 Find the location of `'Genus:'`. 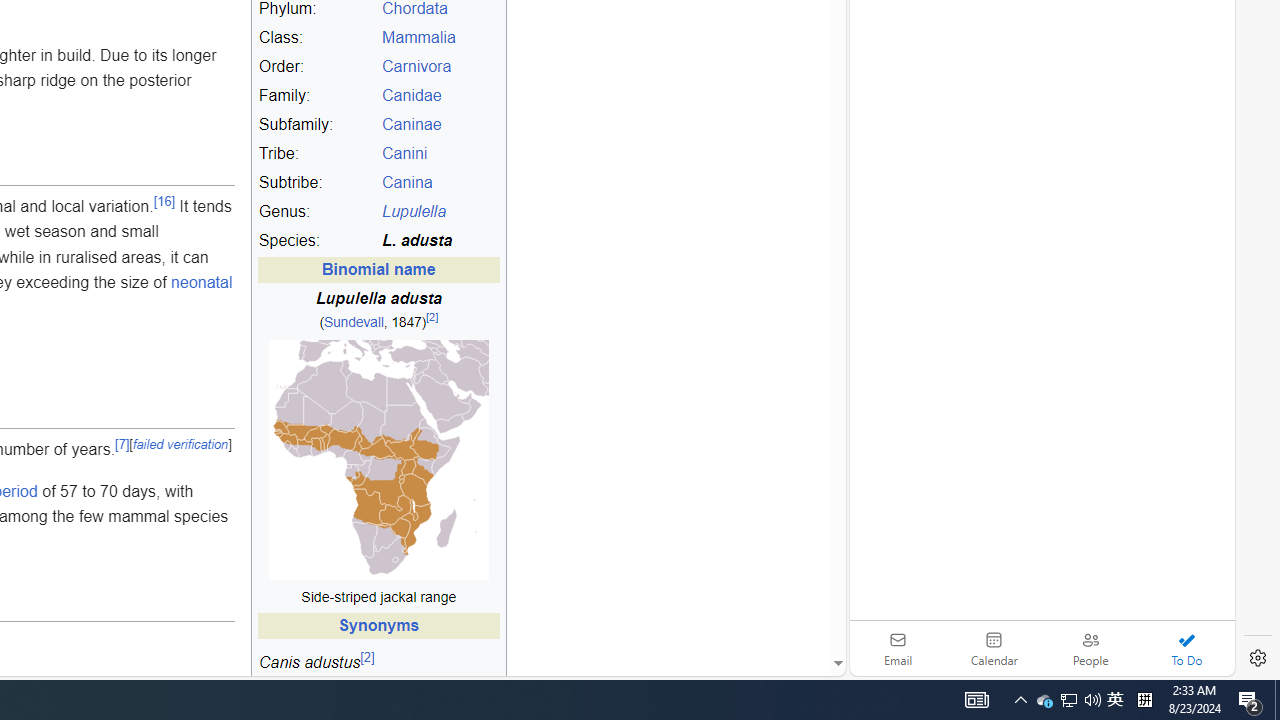

'Genus:' is located at coordinates (316, 212).